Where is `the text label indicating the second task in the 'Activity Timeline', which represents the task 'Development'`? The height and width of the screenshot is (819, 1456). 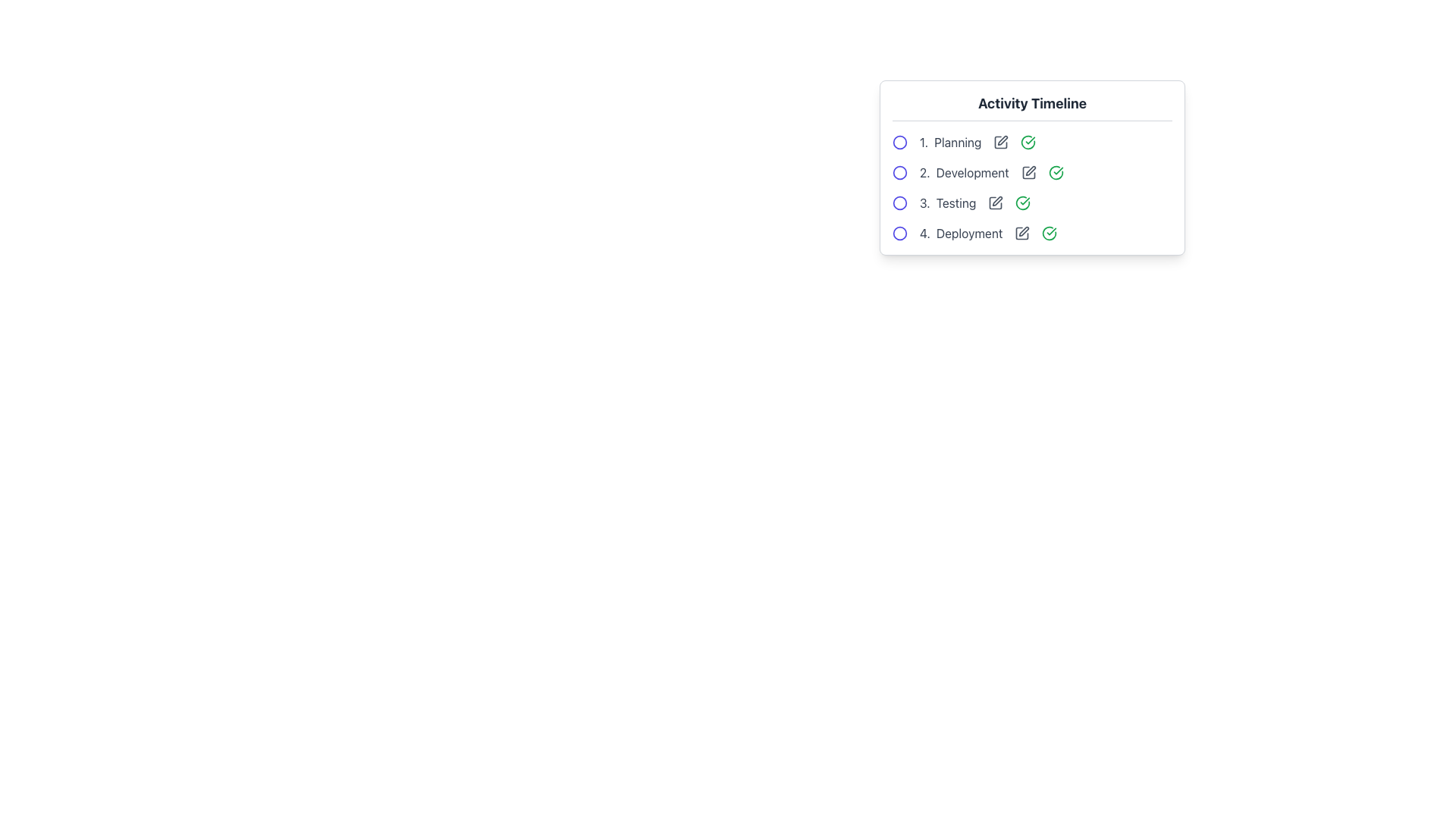 the text label indicating the second task in the 'Activity Timeline', which represents the task 'Development' is located at coordinates (924, 171).